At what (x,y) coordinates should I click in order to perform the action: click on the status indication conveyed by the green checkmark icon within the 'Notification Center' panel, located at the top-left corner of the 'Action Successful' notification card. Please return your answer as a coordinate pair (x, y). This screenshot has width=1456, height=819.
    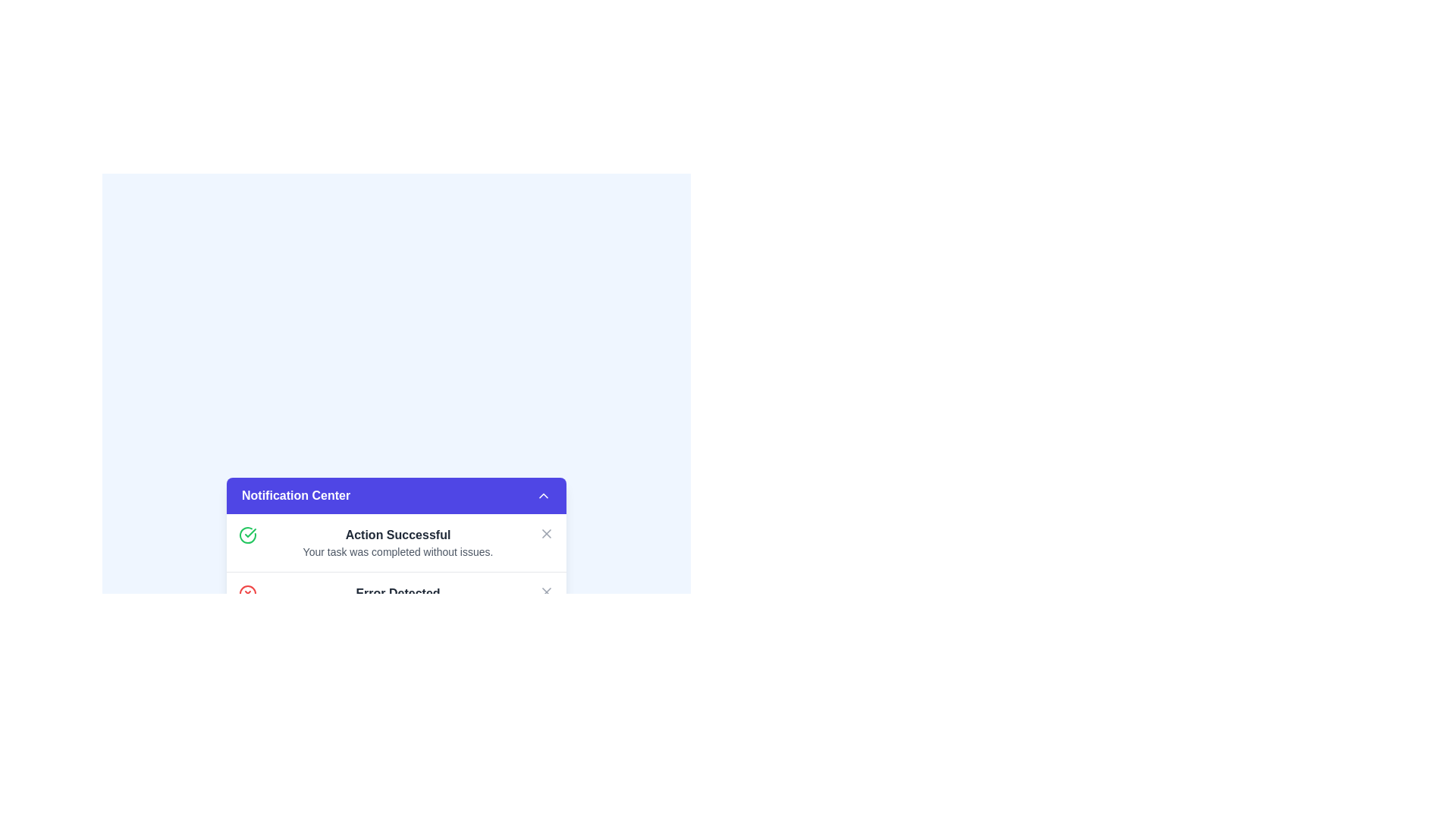
    Looking at the image, I should click on (247, 534).